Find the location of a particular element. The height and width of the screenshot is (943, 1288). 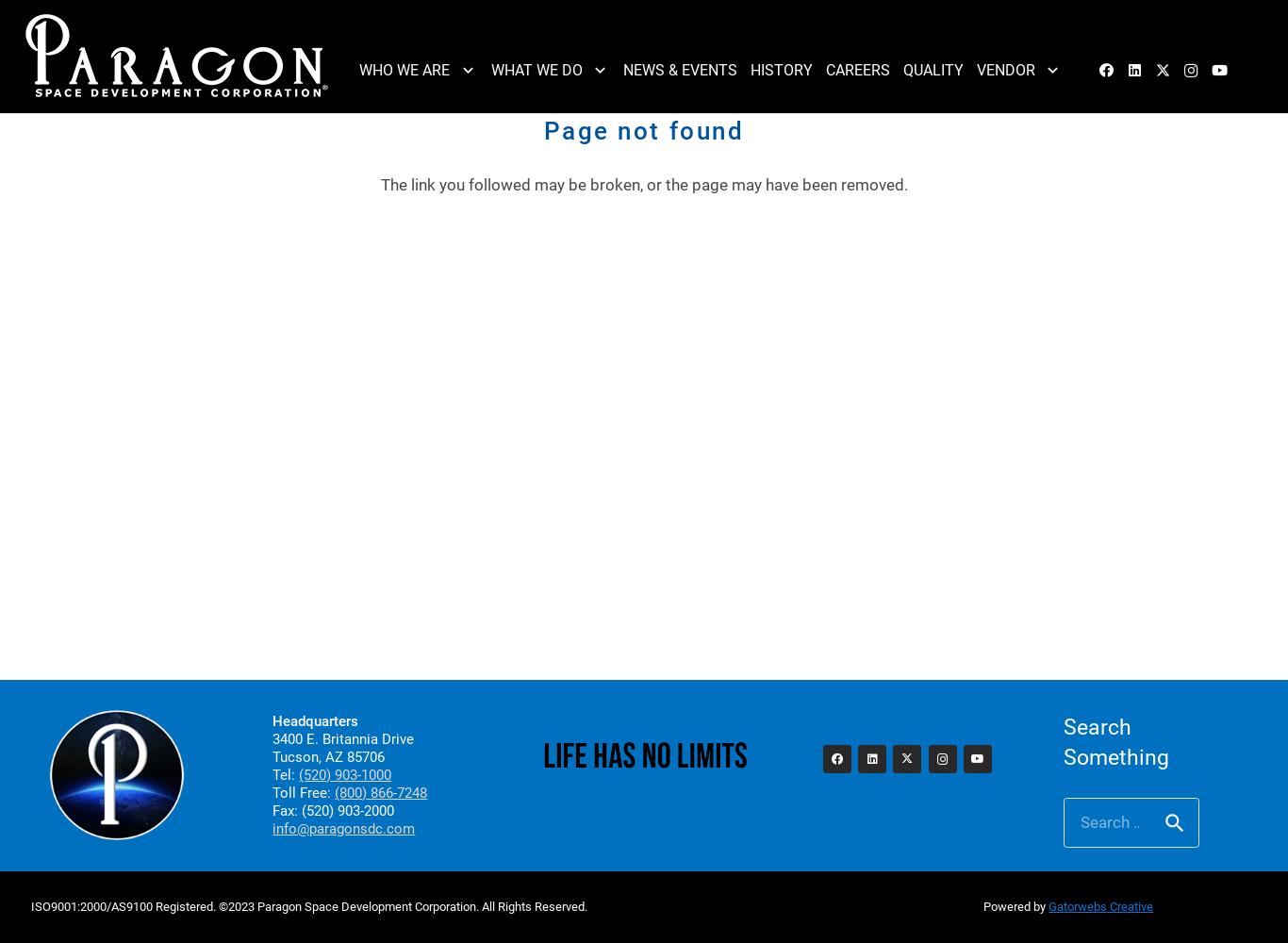

'Terms & Conditions' is located at coordinates (1051, 154).